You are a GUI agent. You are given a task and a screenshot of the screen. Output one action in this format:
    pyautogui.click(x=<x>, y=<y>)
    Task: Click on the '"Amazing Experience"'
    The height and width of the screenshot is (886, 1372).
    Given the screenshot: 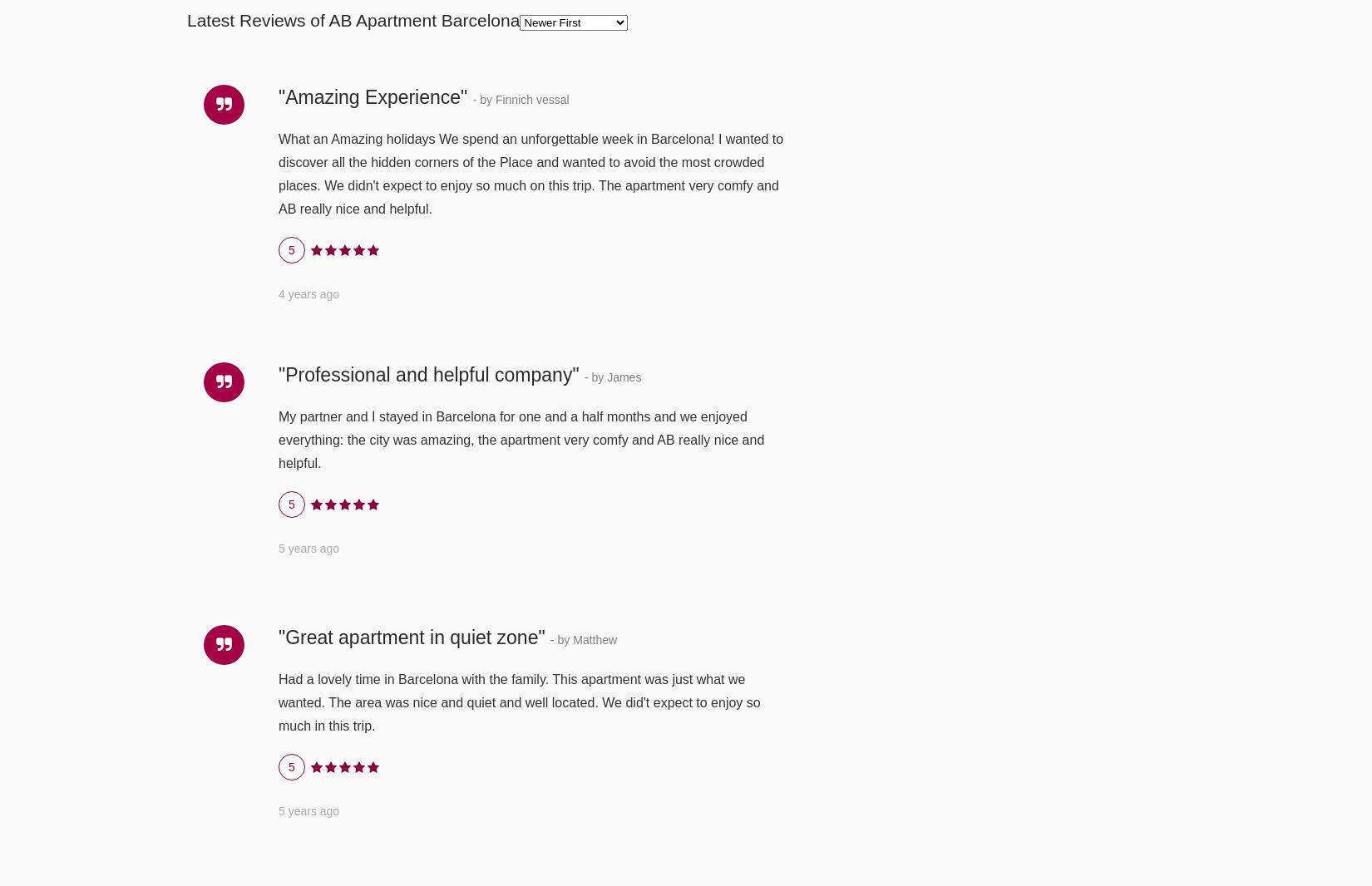 What is the action you would take?
    pyautogui.click(x=374, y=95)
    